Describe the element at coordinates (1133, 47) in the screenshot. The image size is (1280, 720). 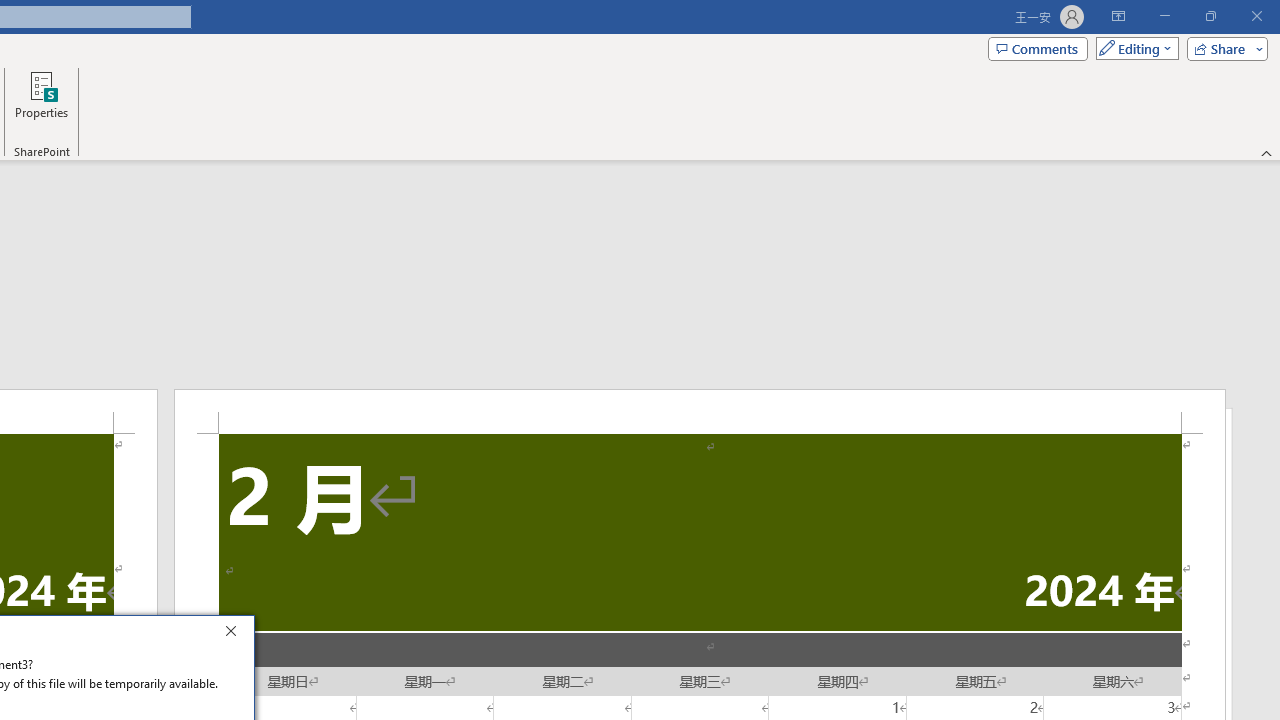
I see `'Mode'` at that location.